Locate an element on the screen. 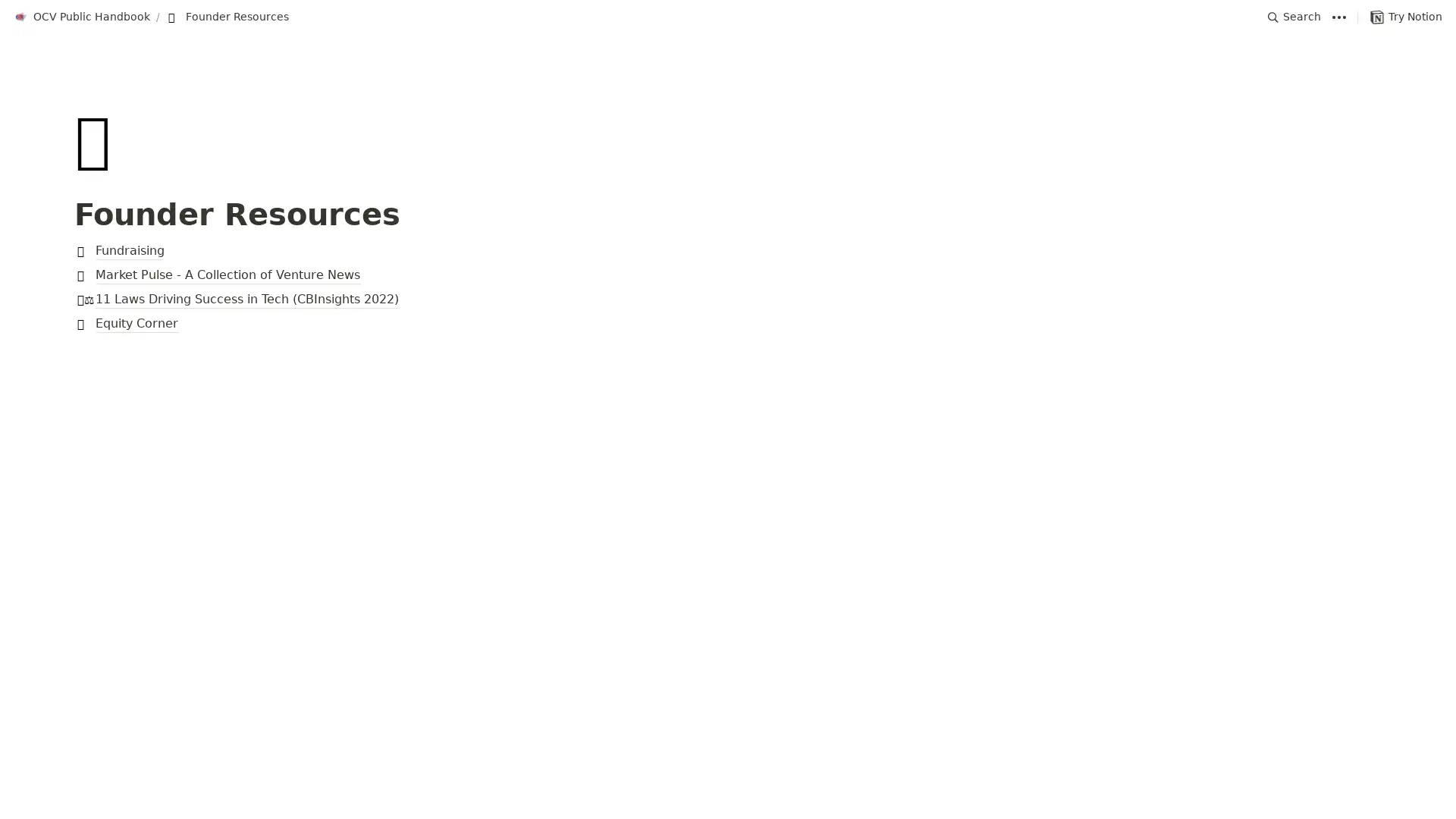 The height and width of the screenshot is (819, 1456). Try Notion is located at coordinates (1405, 17).